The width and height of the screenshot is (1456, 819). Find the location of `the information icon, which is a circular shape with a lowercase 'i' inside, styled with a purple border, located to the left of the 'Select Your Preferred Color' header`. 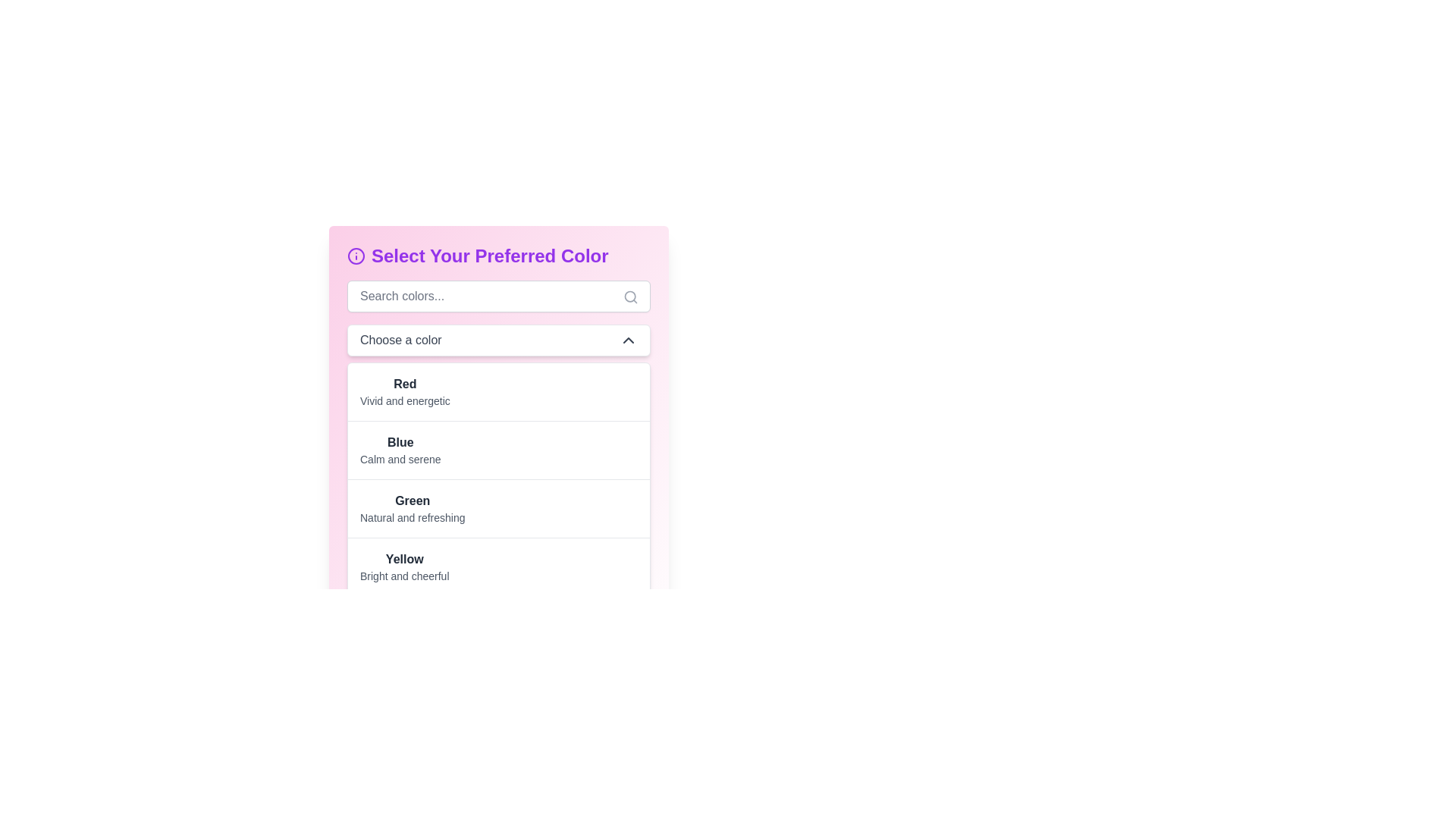

the information icon, which is a circular shape with a lowercase 'i' inside, styled with a purple border, located to the left of the 'Select Your Preferred Color' header is located at coordinates (356, 256).